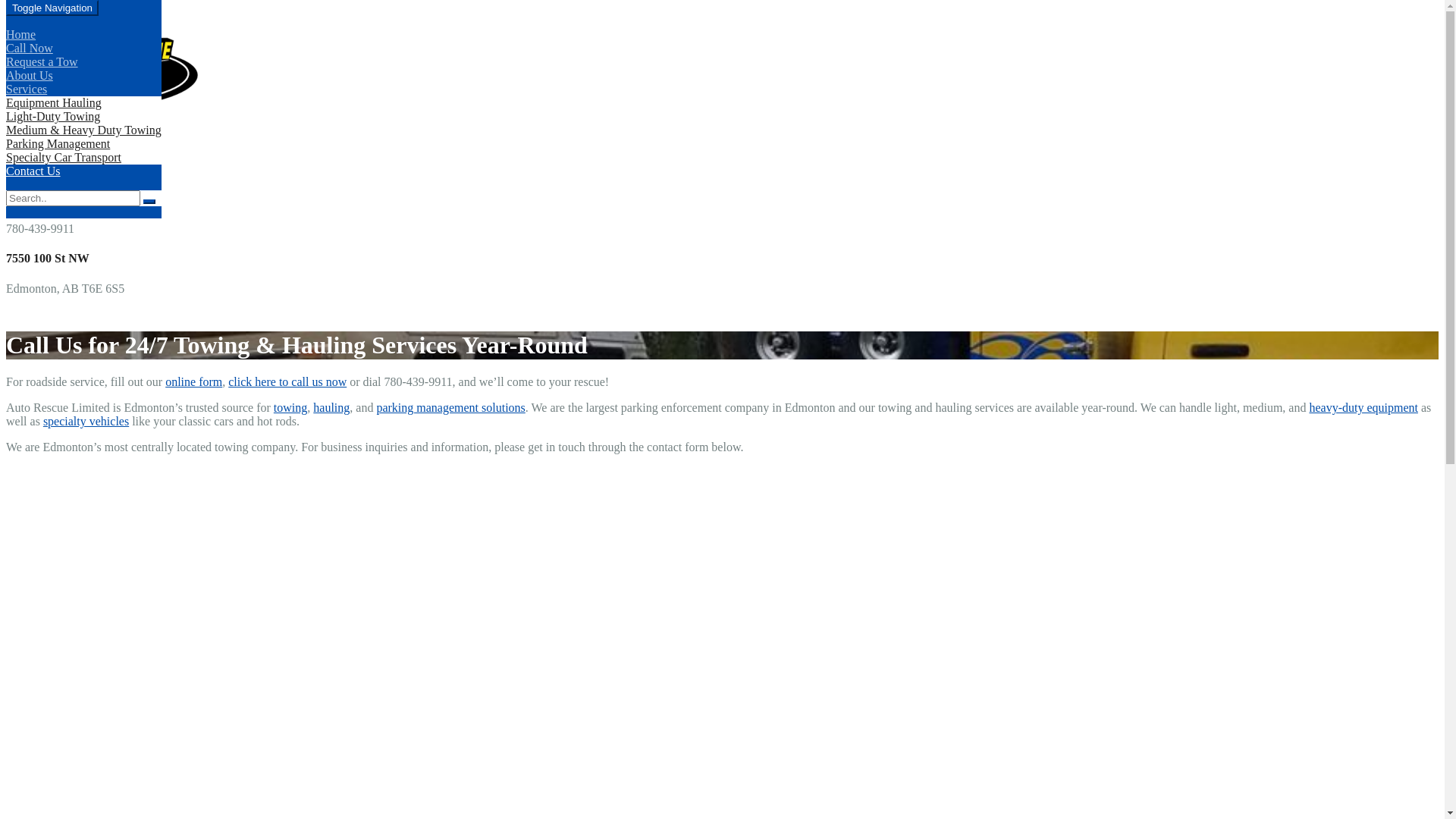 Image resolution: width=1456 pixels, height=819 pixels. I want to click on 'Toggle Navigation', so click(52, 8).